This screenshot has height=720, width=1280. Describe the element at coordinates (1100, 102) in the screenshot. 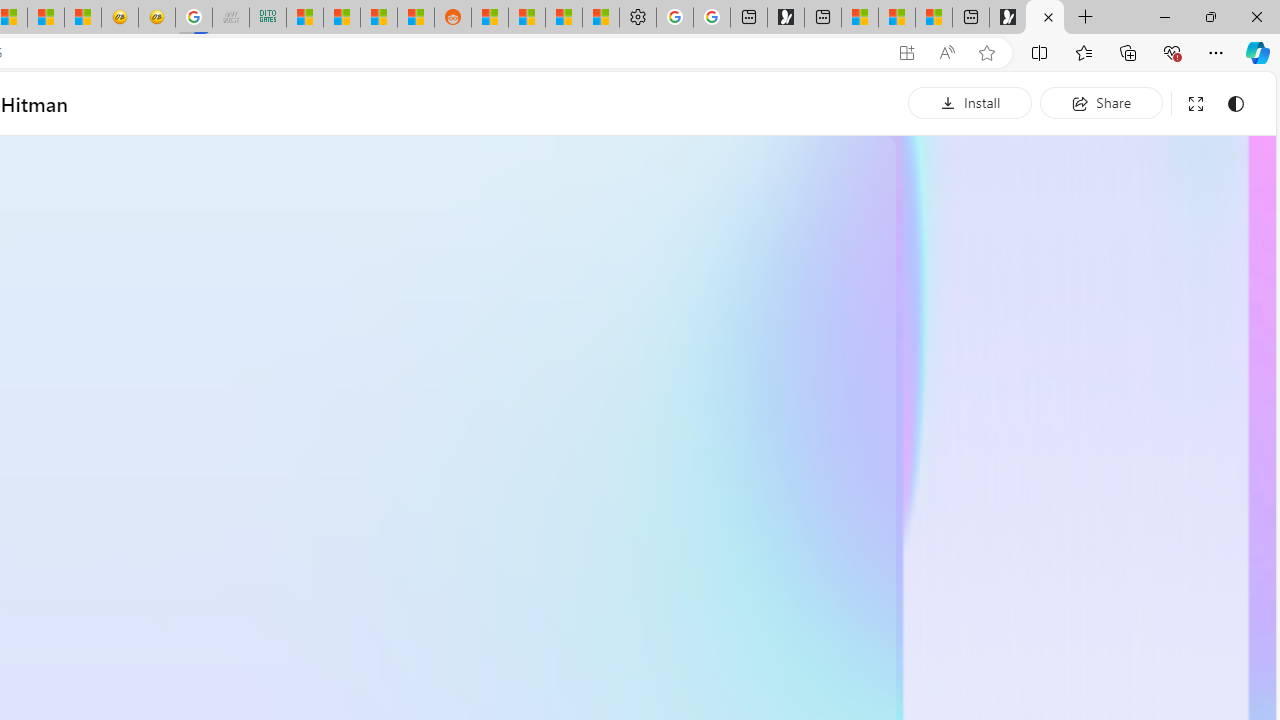

I see `'Share'` at that location.